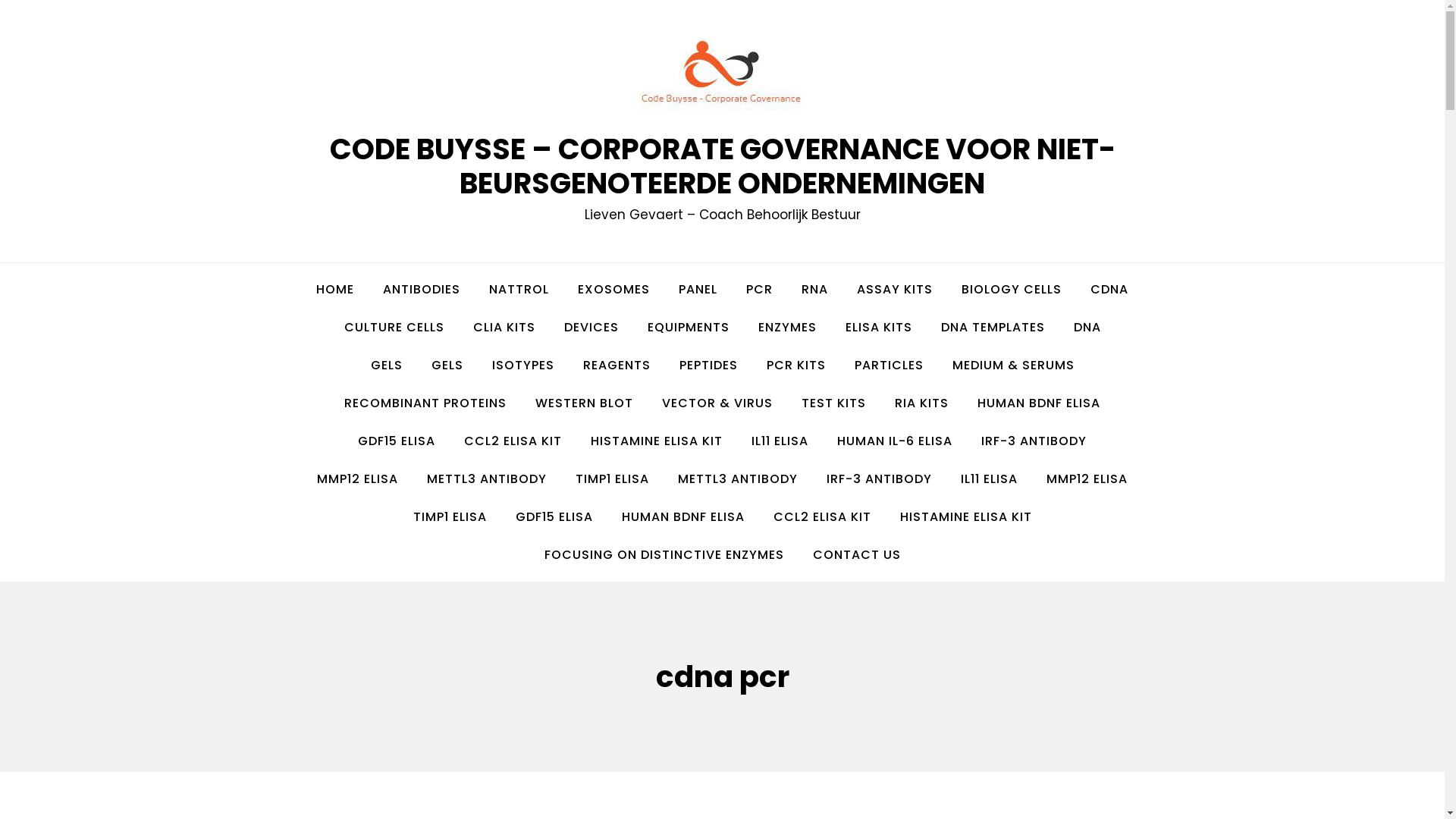 The height and width of the screenshot is (819, 1456). What do you see at coordinates (663, 555) in the screenshot?
I see `'FOCUSING ON DISTINCTIVE ENZYMES'` at bounding box center [663, 555].